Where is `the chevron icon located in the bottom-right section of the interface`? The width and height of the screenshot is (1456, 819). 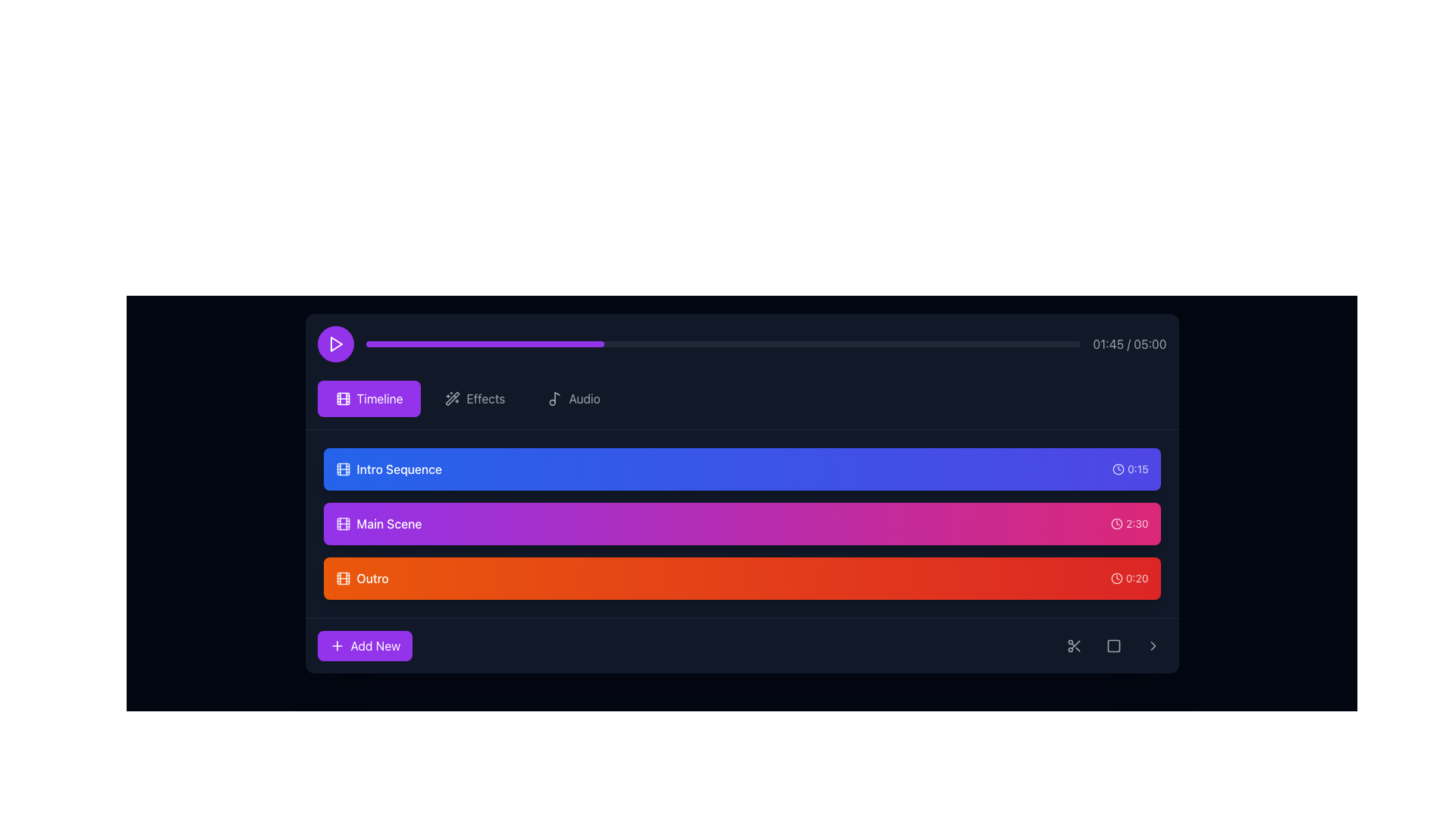 the chevron icon located in the bottom-right section of the interface is located at coordinates (1153, 646).